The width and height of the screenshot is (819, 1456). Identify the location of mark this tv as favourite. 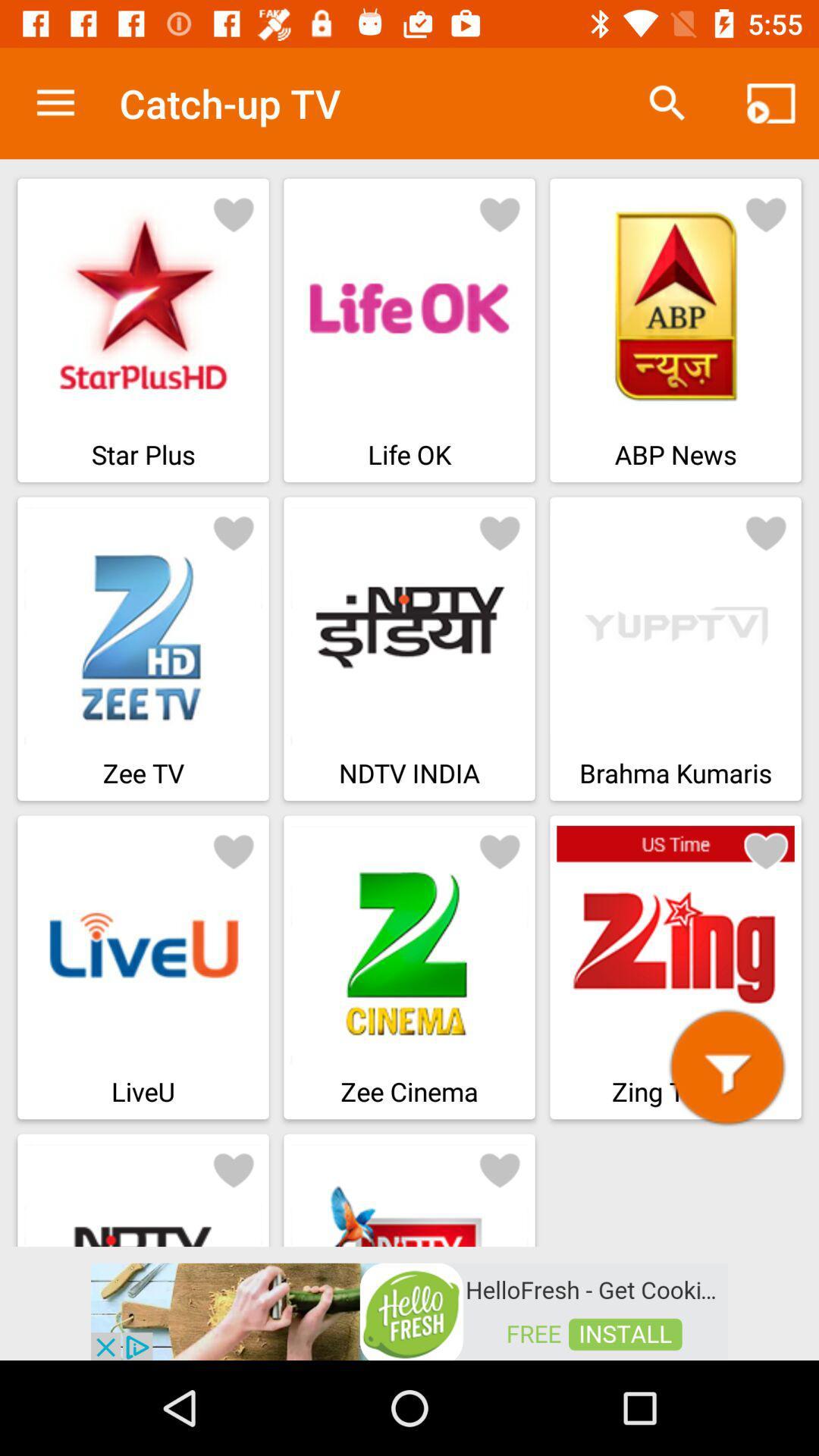
(766, 532).